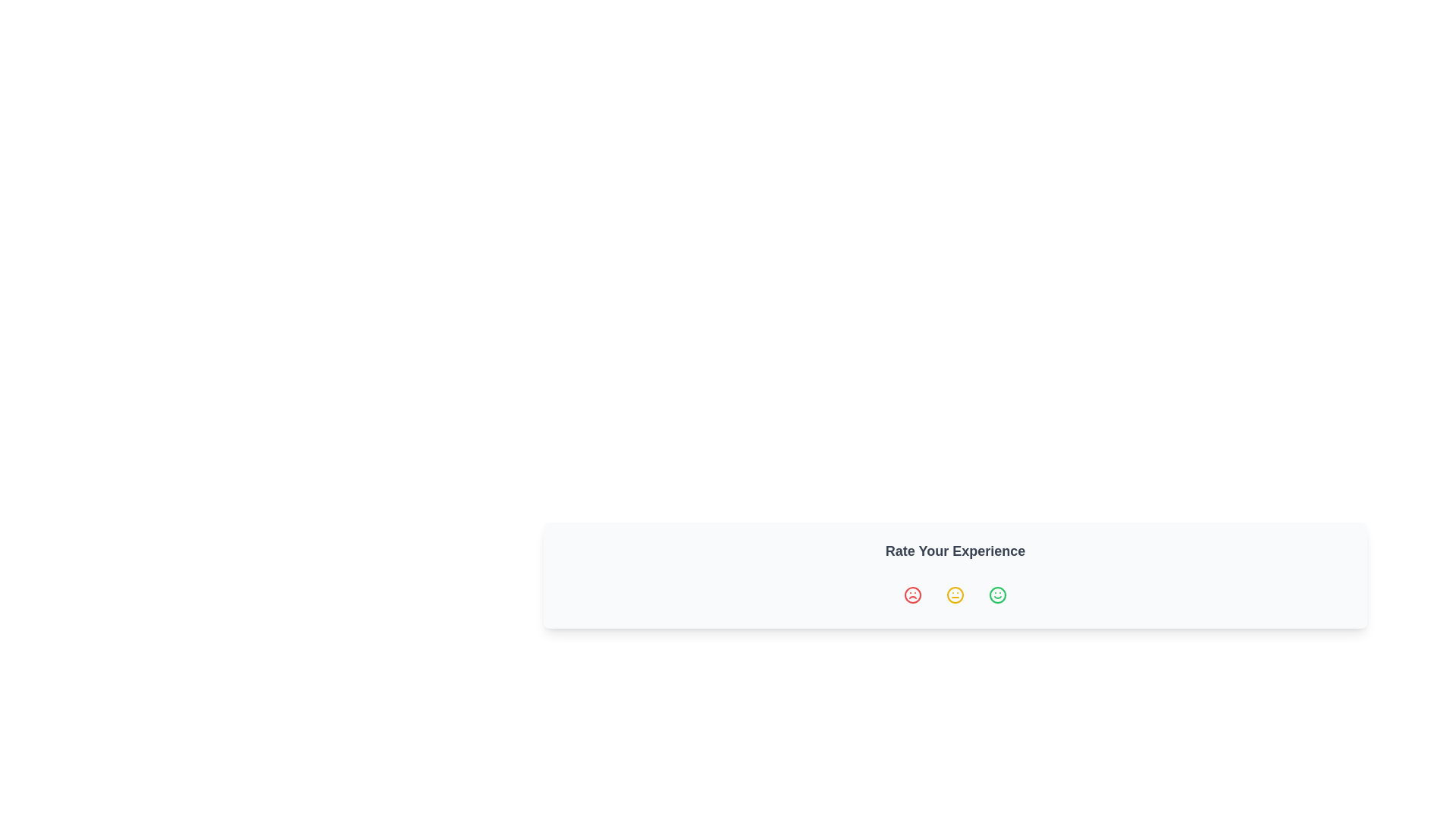  What do you see at coordinates (912, 595) in the screenshot?
I see `the red frown icon button, which is the first in a row of three icons` at bounding box center [912, 595].